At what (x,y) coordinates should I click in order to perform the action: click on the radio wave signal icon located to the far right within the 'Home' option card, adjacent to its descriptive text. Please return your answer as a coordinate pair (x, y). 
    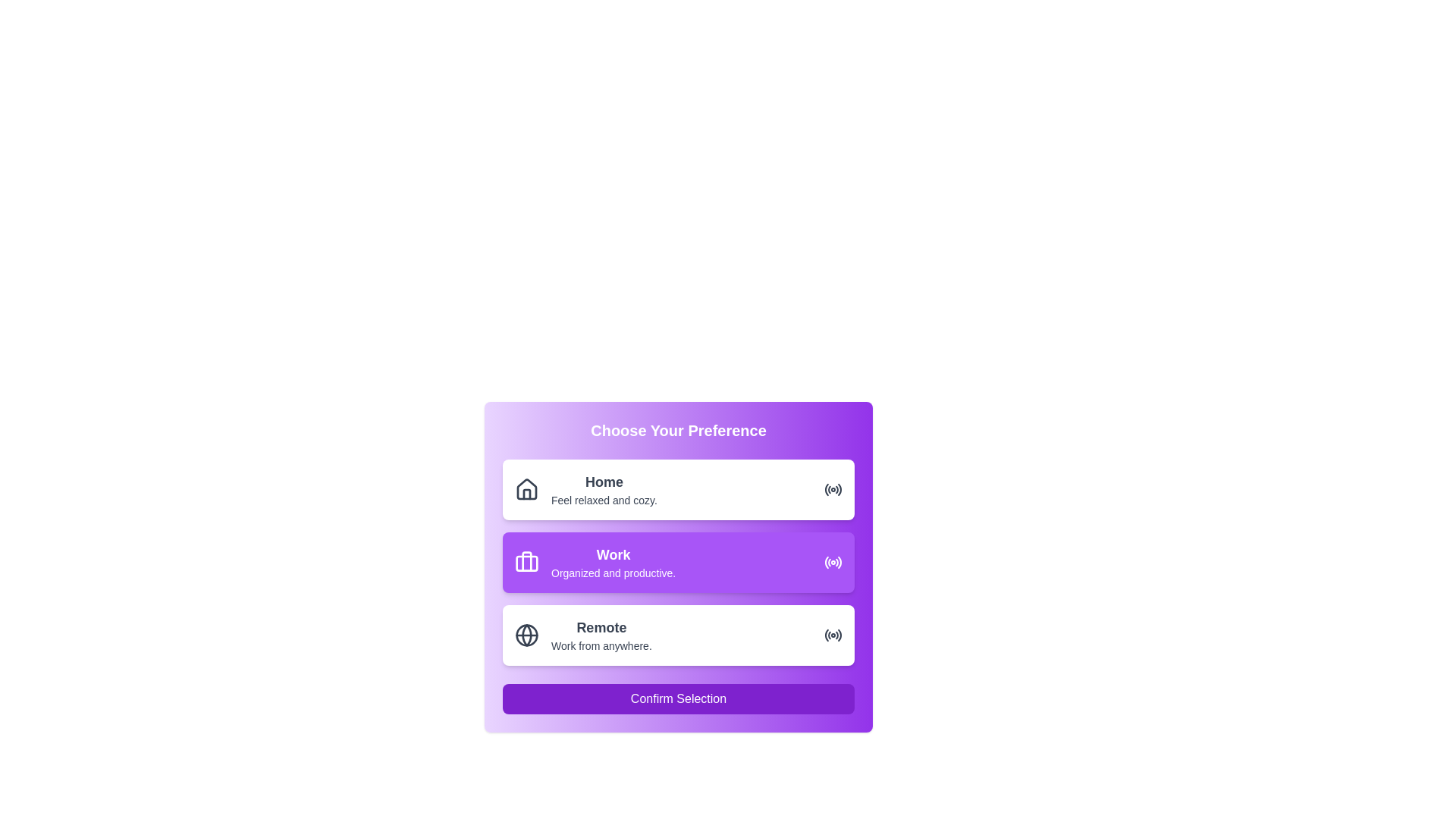
    Looking at the image, I should click on (833, 489).